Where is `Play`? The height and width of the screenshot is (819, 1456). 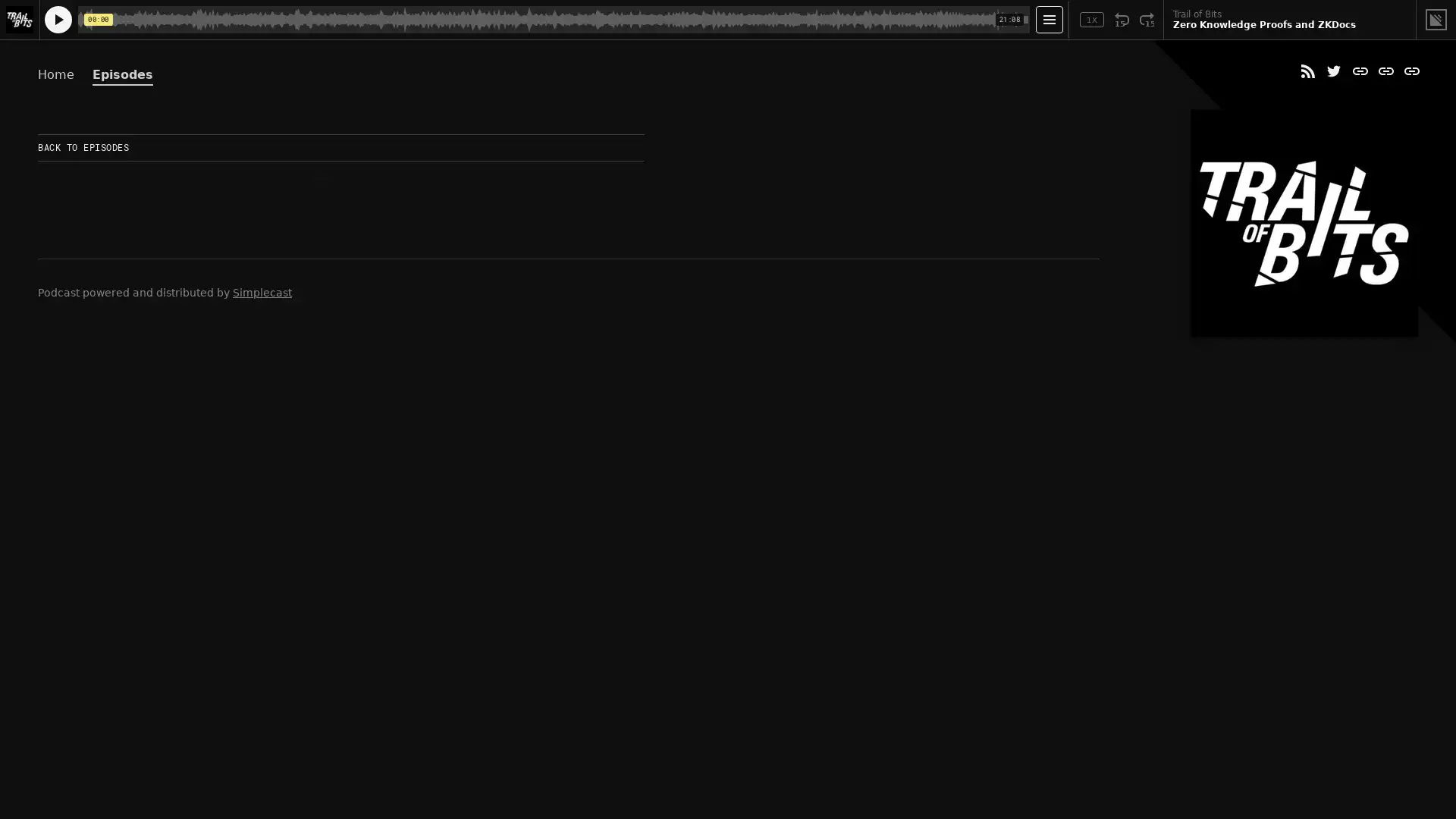 Play is located at coordinates (193, 203).